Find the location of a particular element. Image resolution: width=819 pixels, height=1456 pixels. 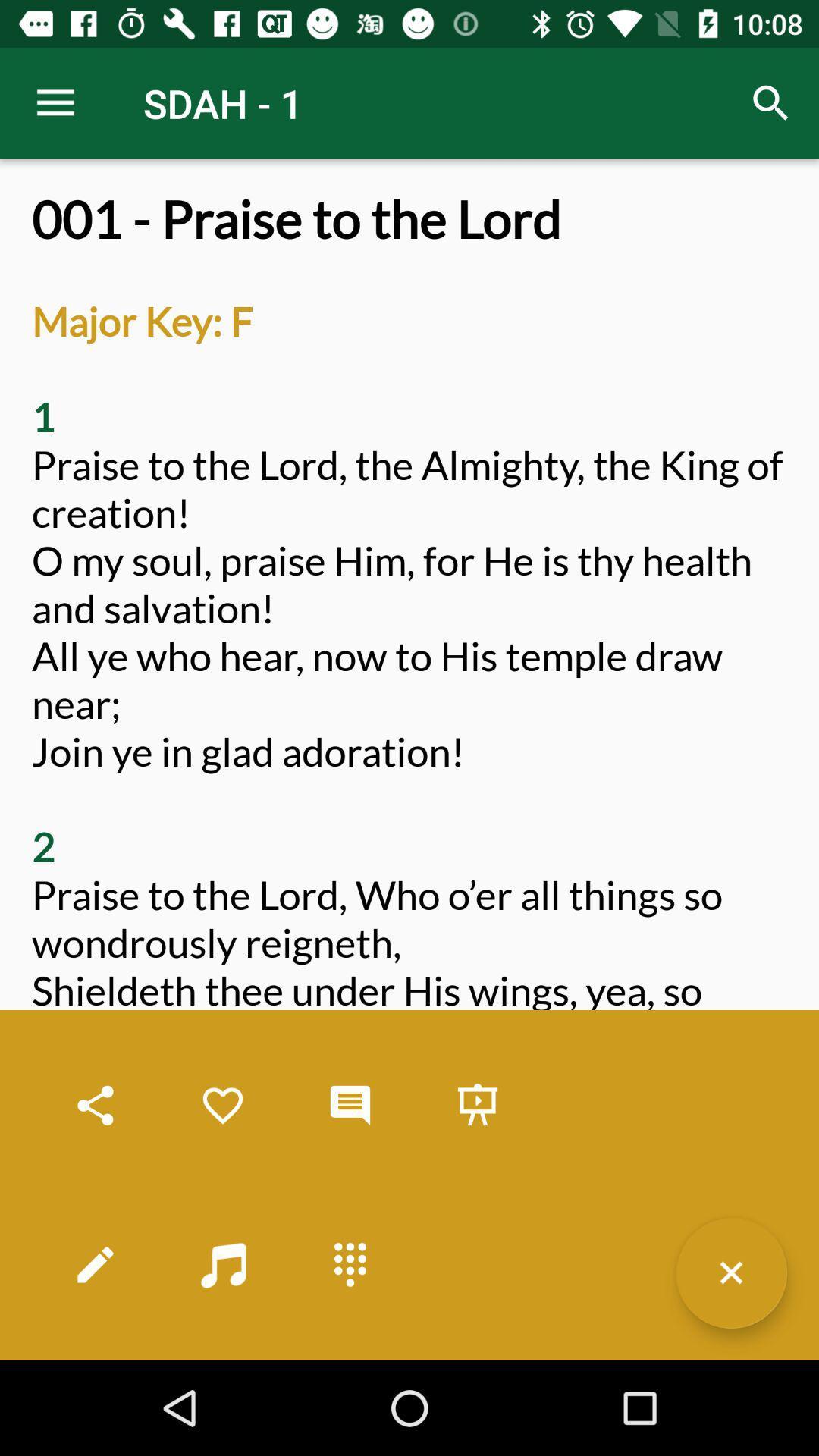

share the passage is located at coordinates (96, 1106).